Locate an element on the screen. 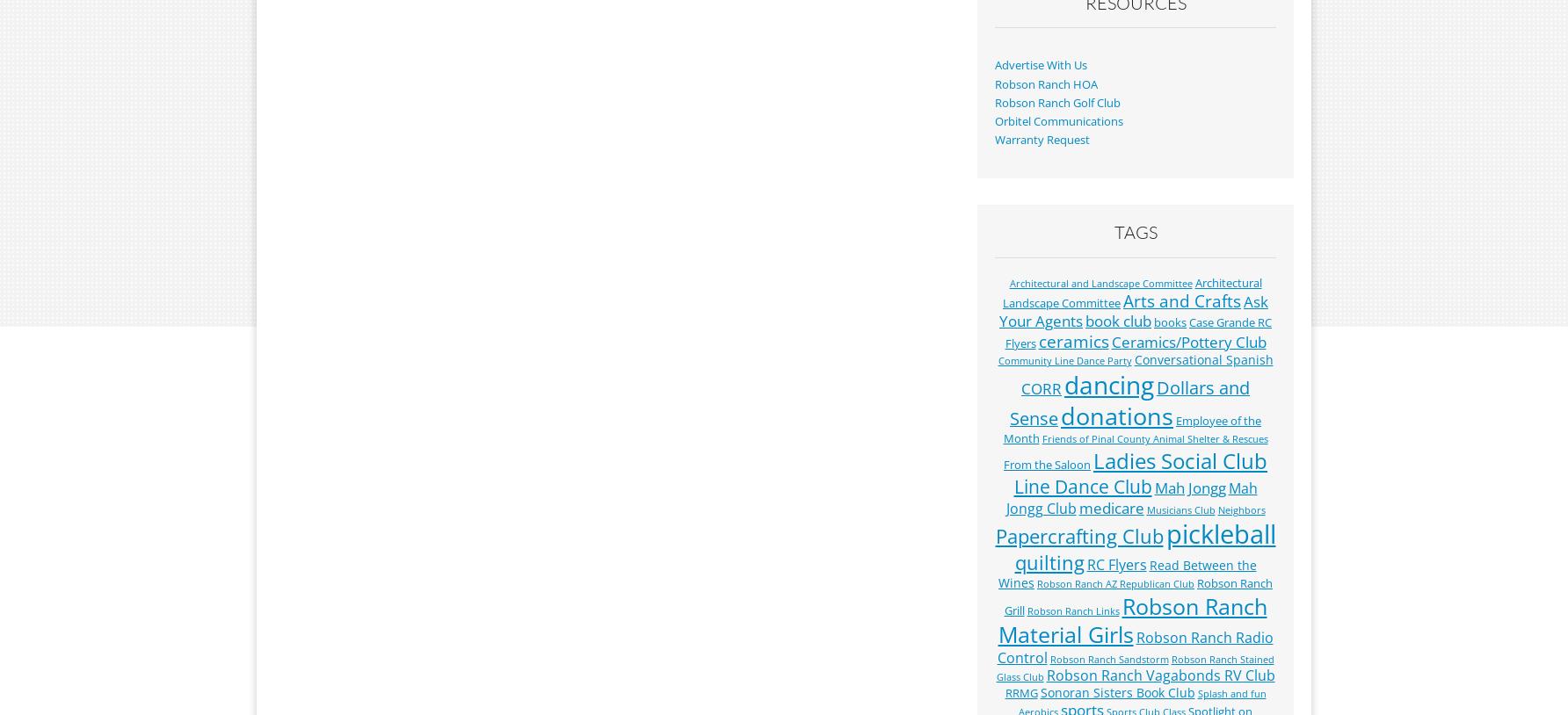 This screenshot has width=1568, height=715. 'Architectural and Landscape Committee' is located at coordinates (1009, 283).